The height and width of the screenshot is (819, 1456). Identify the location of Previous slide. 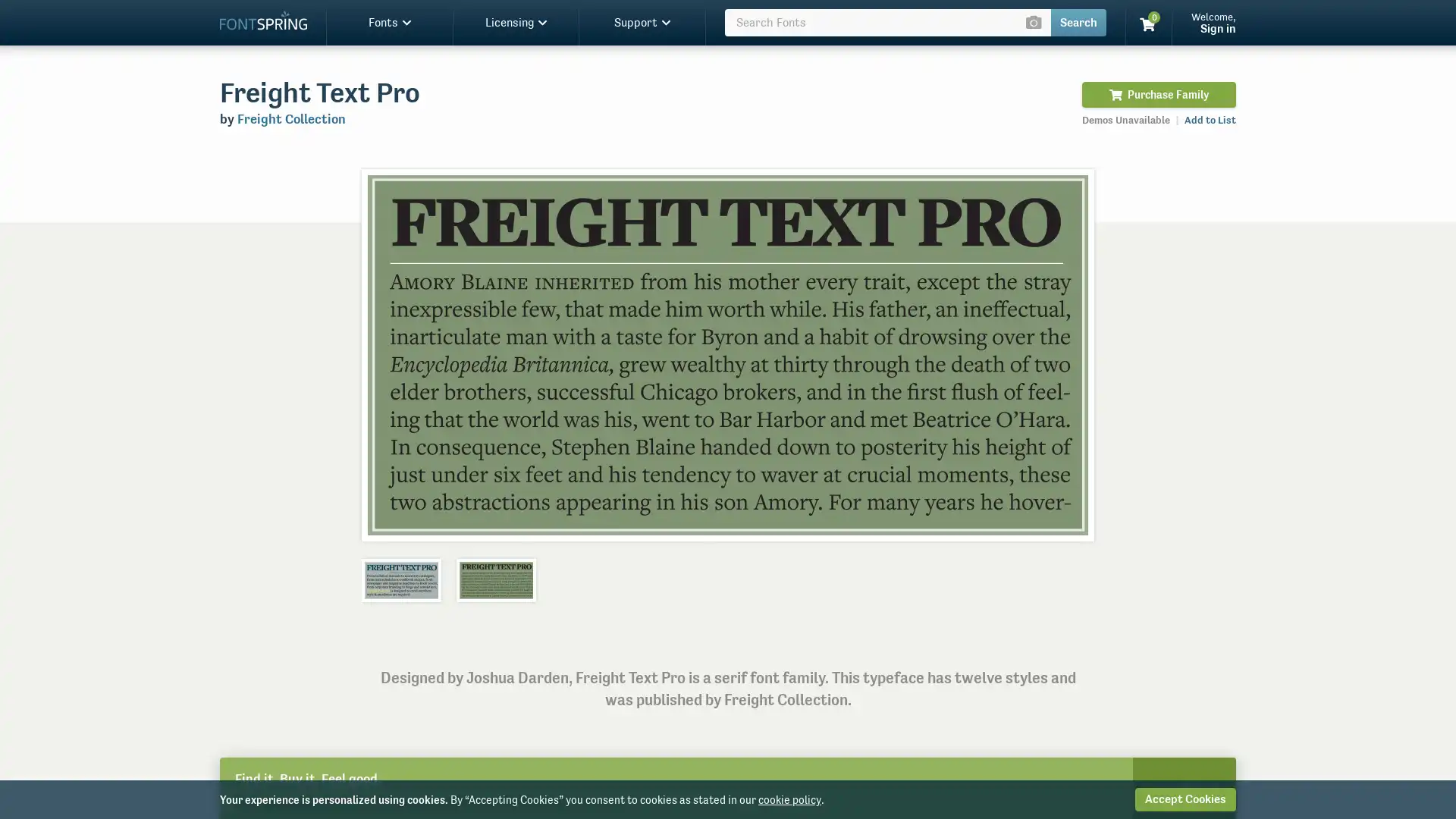
(389, 354).